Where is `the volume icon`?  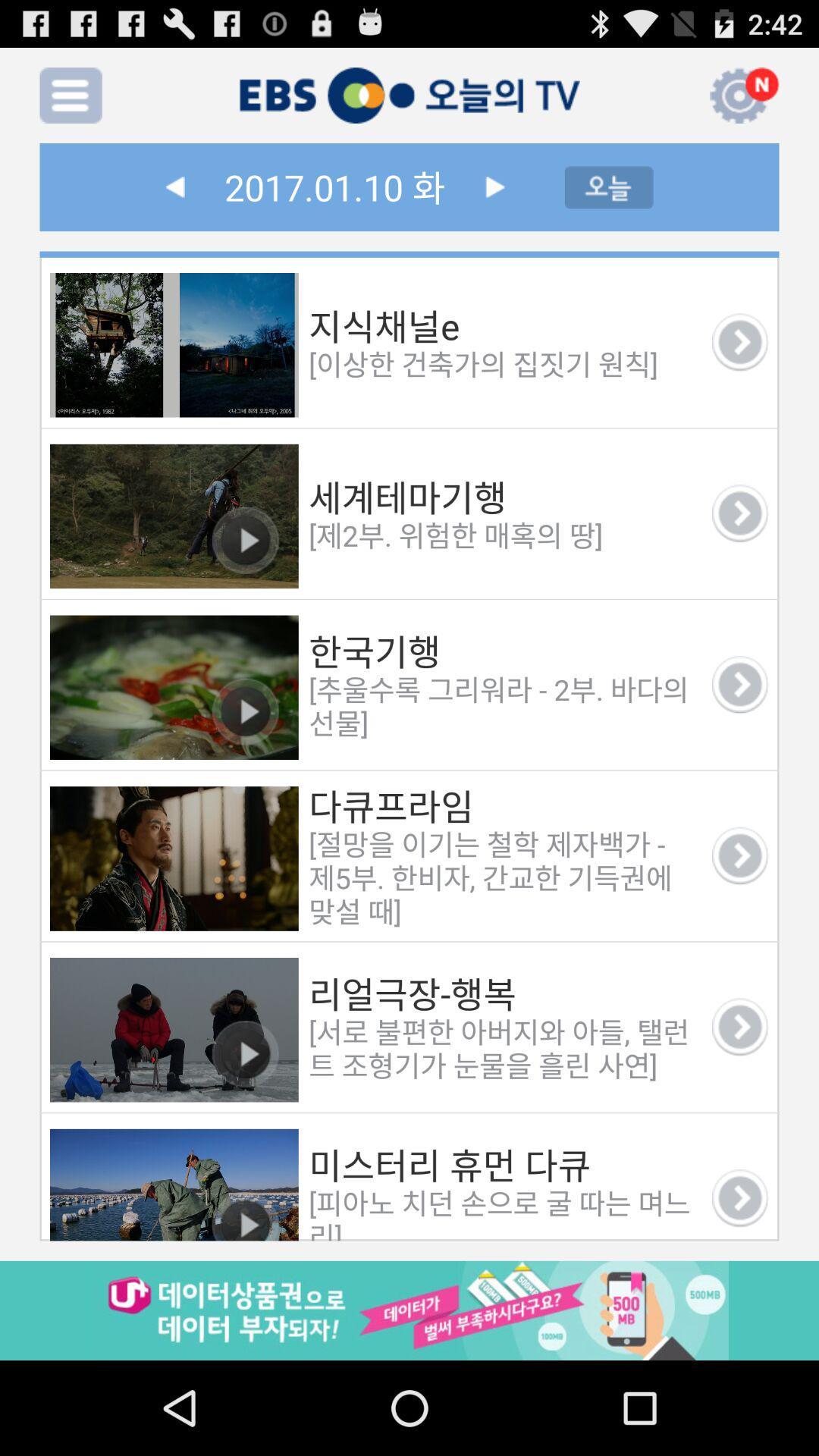
the volume icon is located at coordinates (679, 101).